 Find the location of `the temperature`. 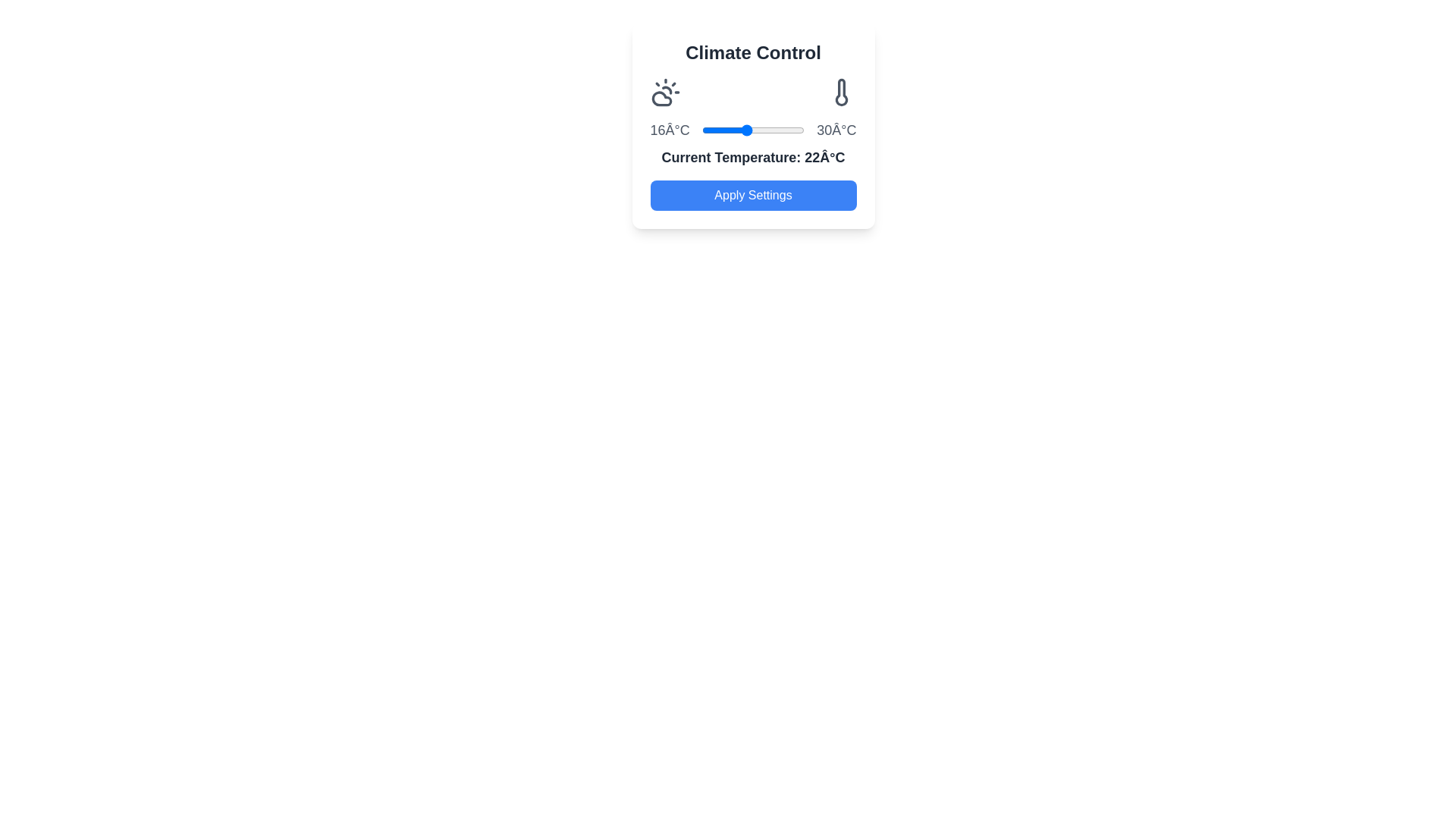

the temperature is located at coordinates (708, 130).